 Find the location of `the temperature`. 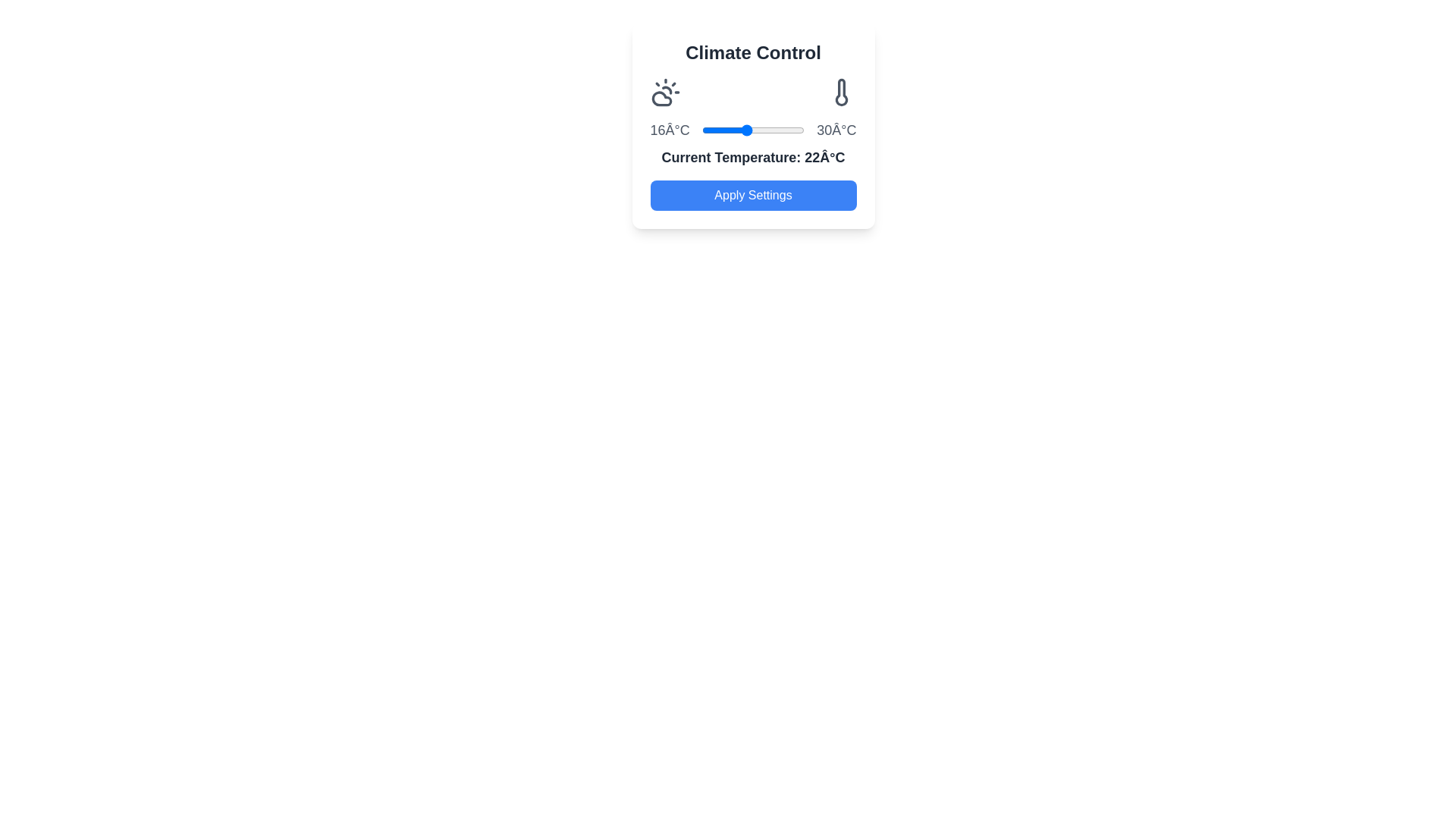

the temperature is located at coordinates (708, 130).